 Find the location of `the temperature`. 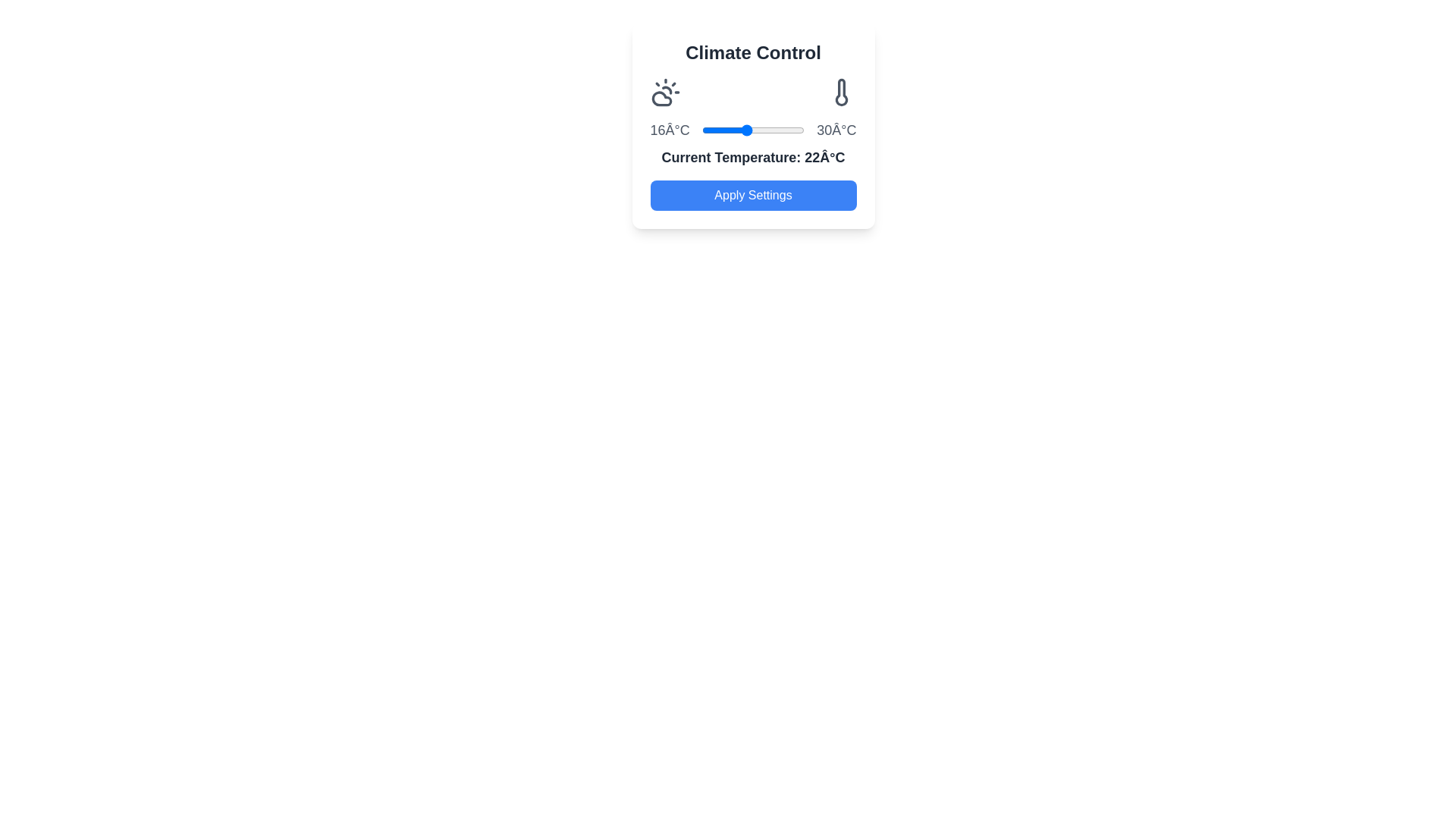

the temperature is located at coordinates (708, 130).